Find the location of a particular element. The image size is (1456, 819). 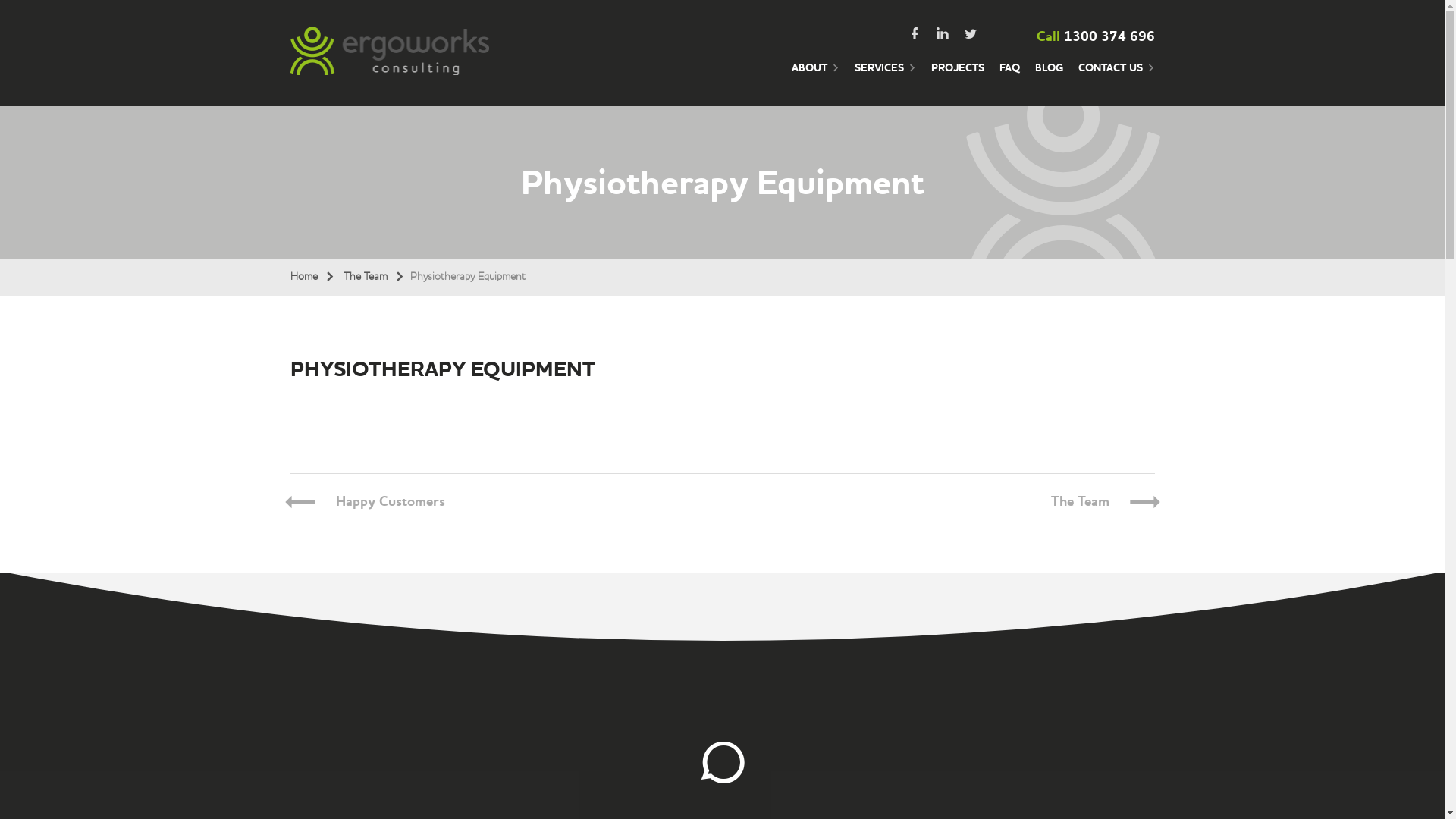

'ABOUT' is located at coordinates (814, 76).